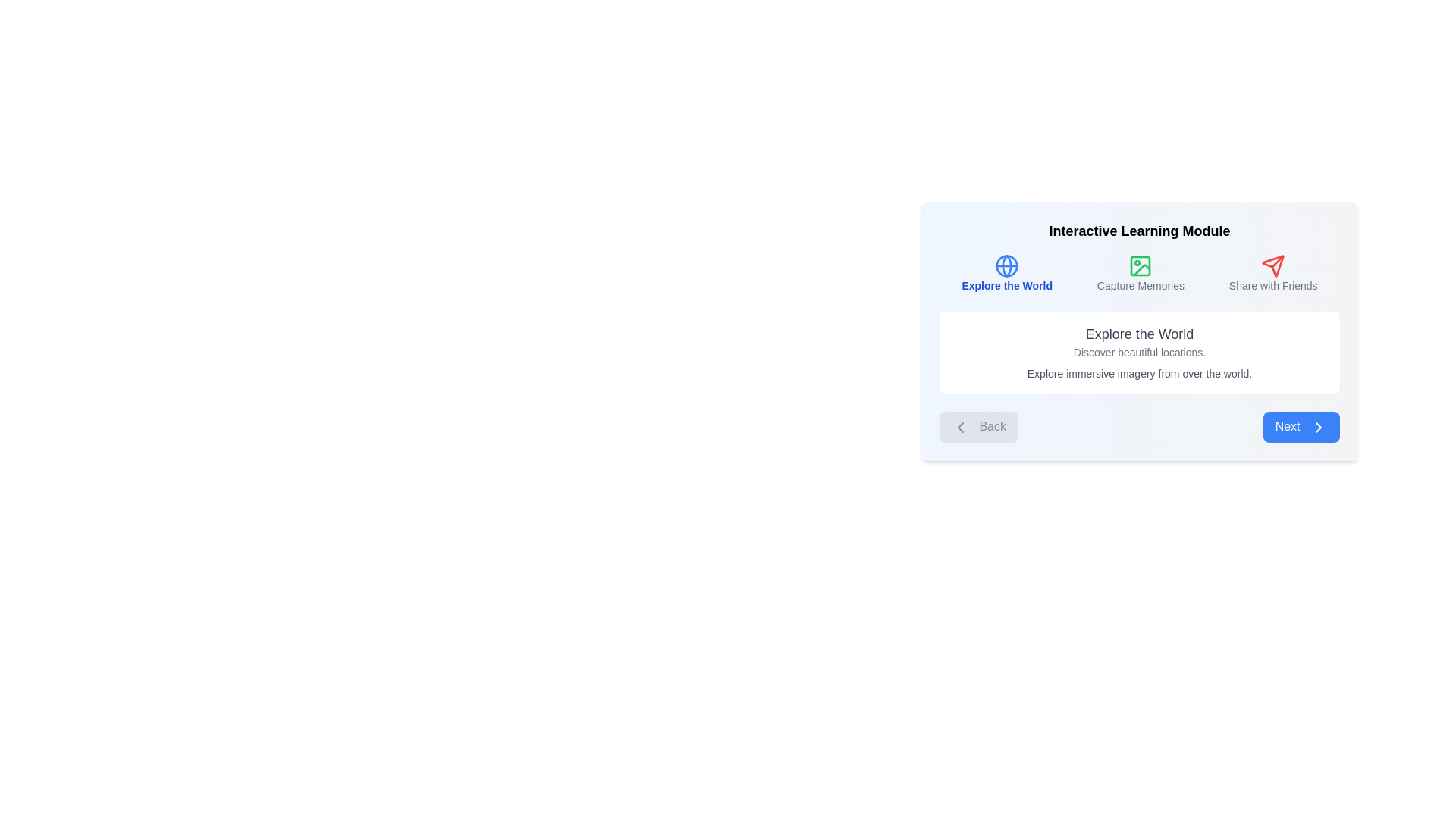 Image resolution: width=1456 pixels, height=819 pixels. I want to click on the green-colored rectangle with rounded corners nested within the second icon representing capturing images in the header section of the interactive learning module, so click(1141, 265).